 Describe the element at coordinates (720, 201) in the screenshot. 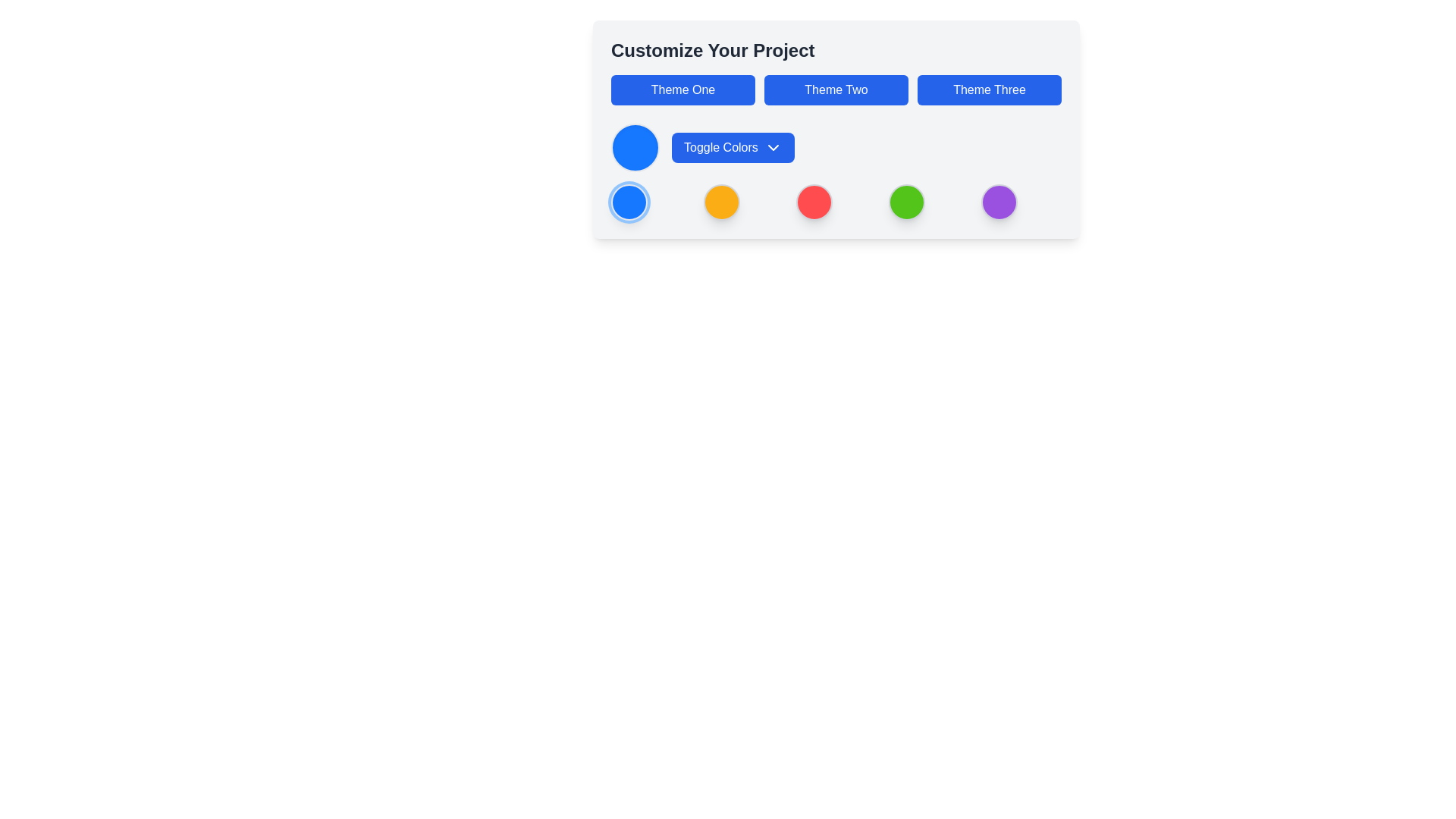

I see `the second circular orange button` at that location.